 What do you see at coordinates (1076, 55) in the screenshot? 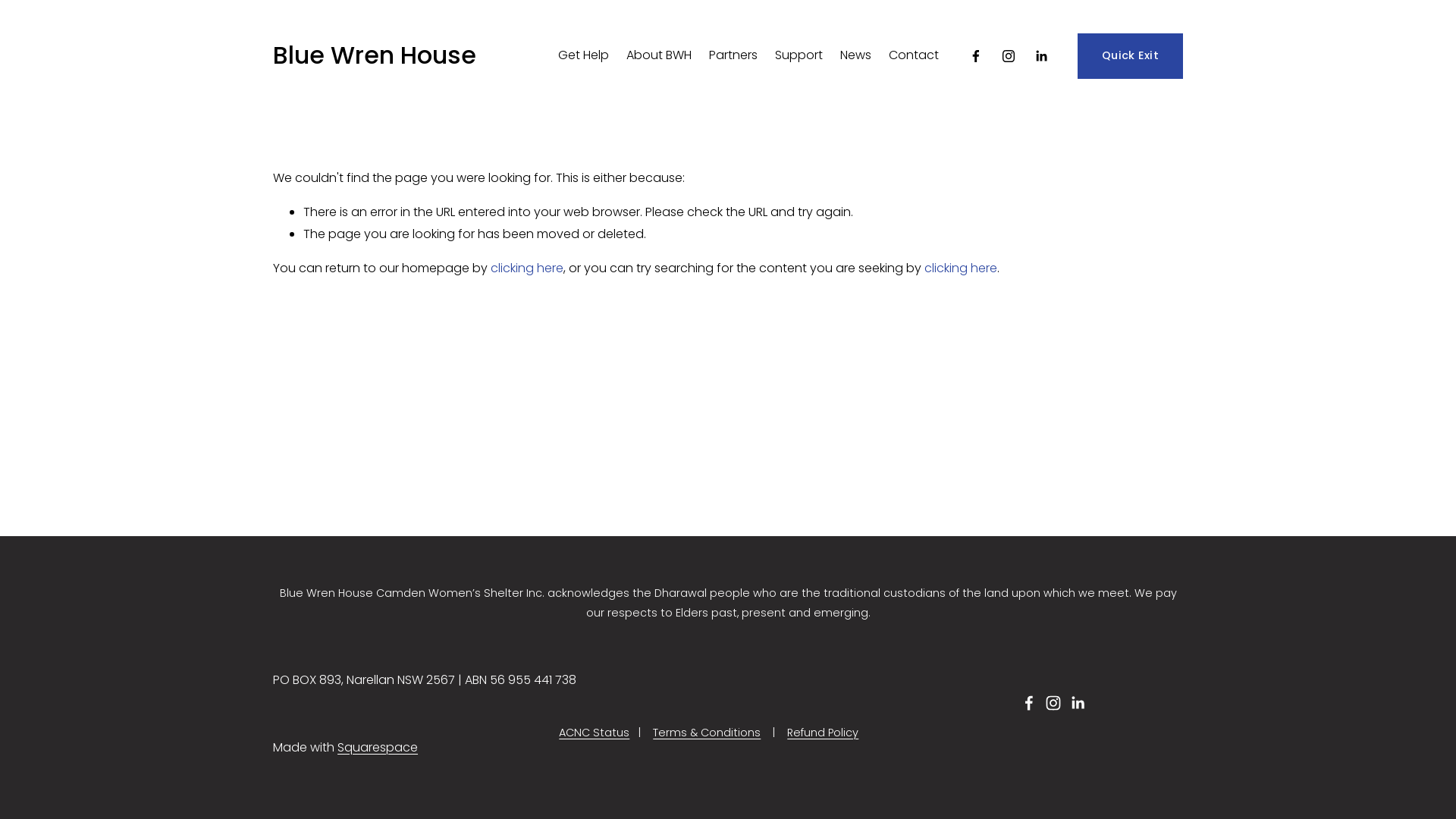
I see `'Quick Exit'` at bounding box center [1076, 55].